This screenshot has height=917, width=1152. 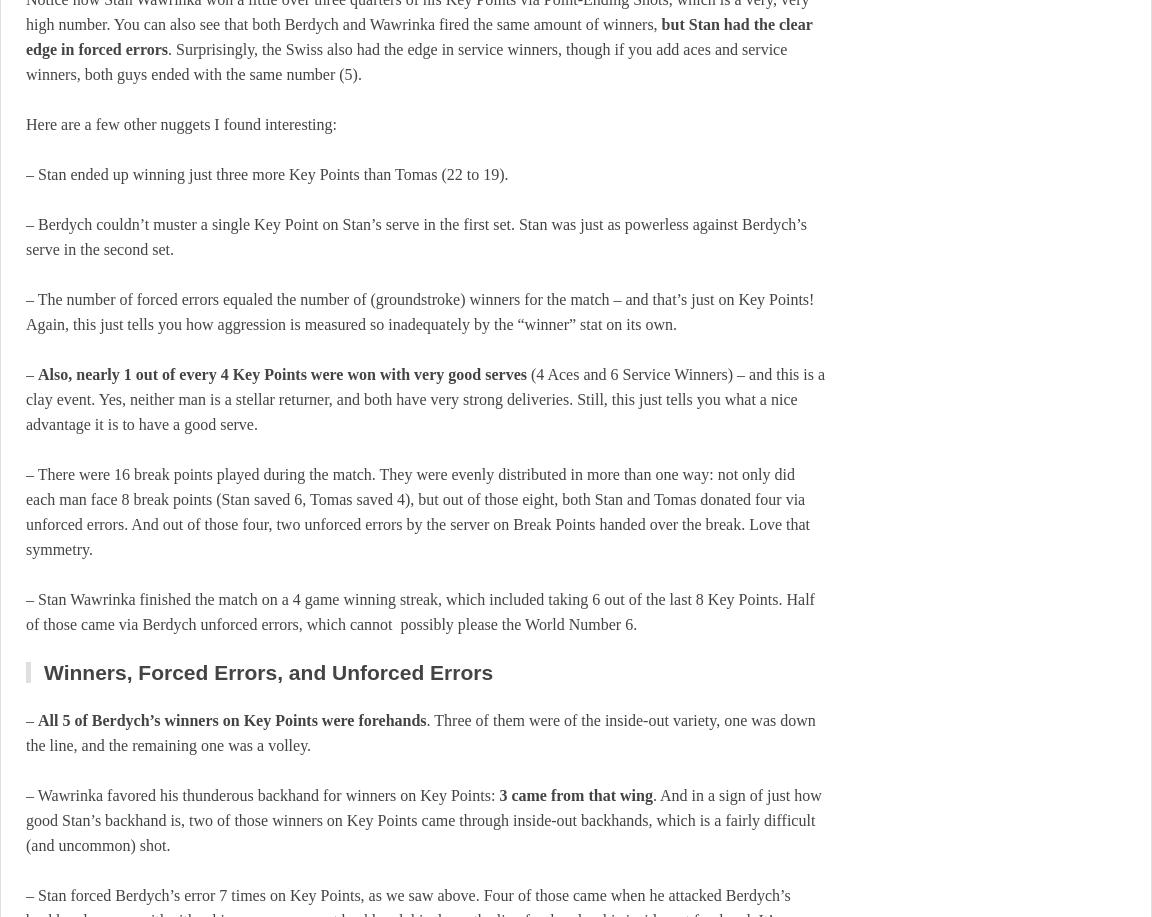 I want to click on '– Stan Wawrinka finished the match on a 4 game winning streak, which included taking 6 out of the last 8 Key Points. Half of those came via Berdych unforced errors, which cannot  possibly please the World Number 6.', so click(x=25, y=611).